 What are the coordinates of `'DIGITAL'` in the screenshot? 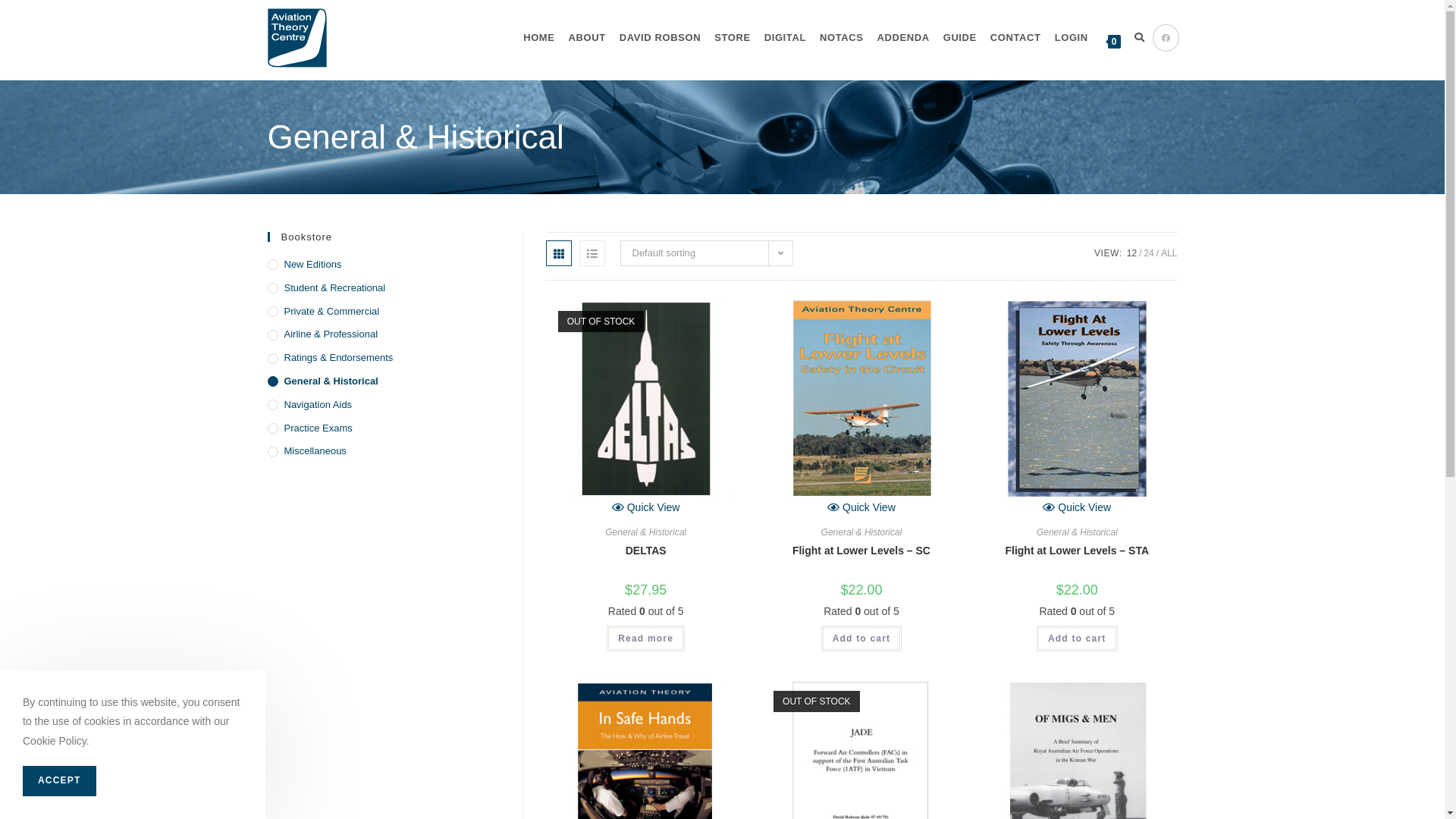 It's located at (785, 37).